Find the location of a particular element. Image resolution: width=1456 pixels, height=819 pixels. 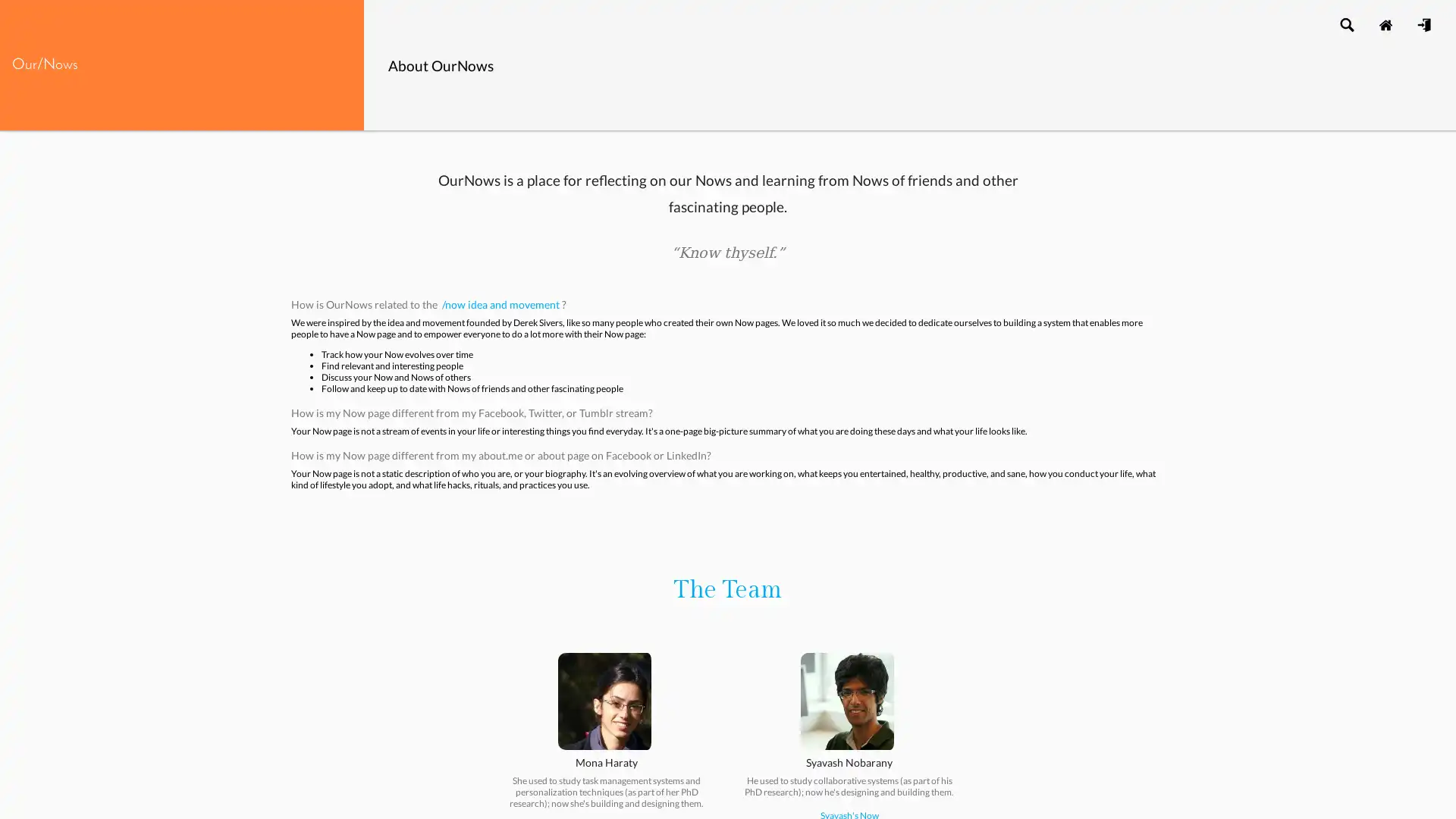

Your Now is located at coordinates (1385, 24).